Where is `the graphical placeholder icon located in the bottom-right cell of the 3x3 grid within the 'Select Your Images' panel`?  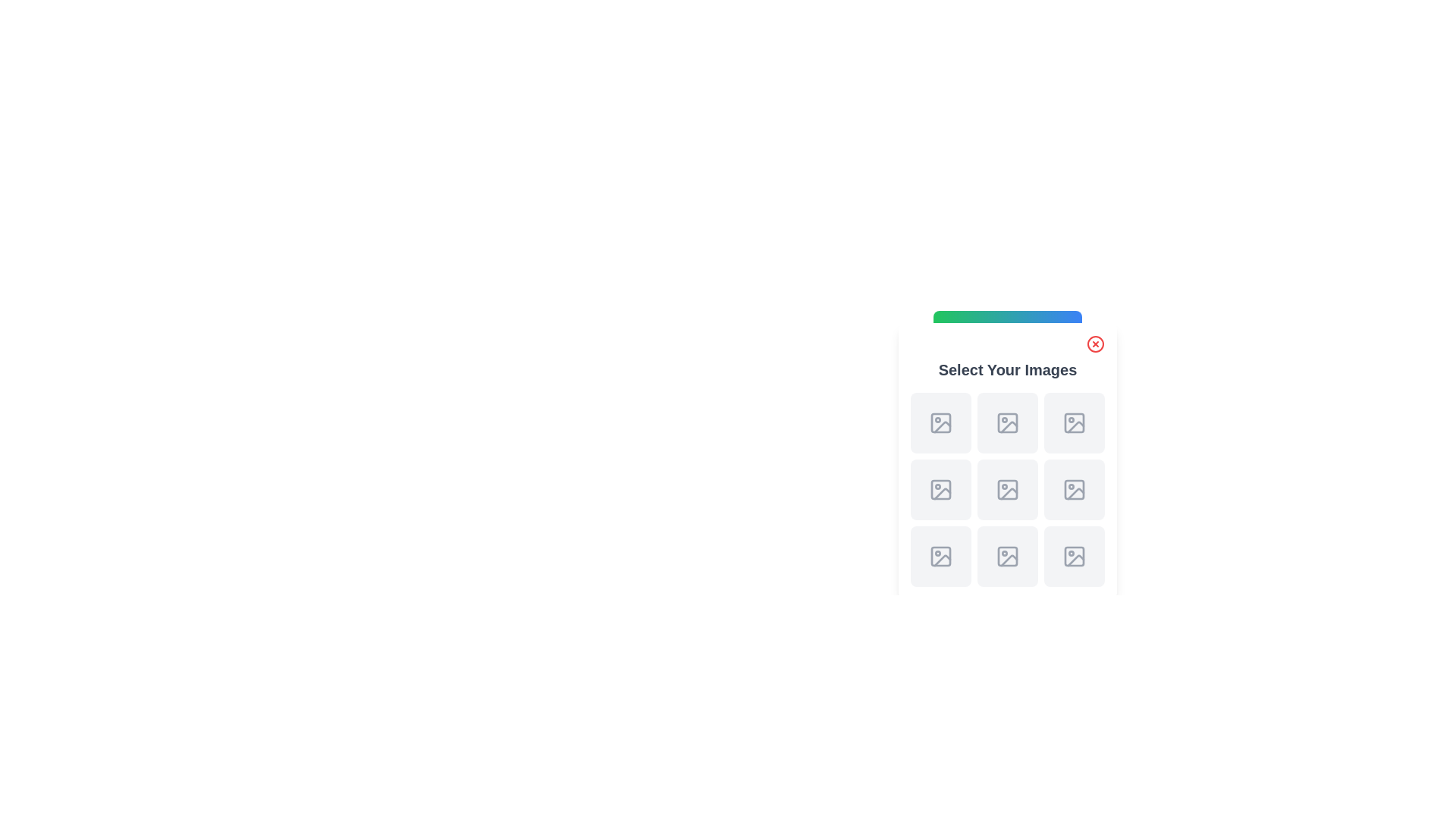 the graphical placeholder icon located in the bottom-right cell of the 3x3 grid within the 'Select Your Images' panel is located at coordinates (940, 556).